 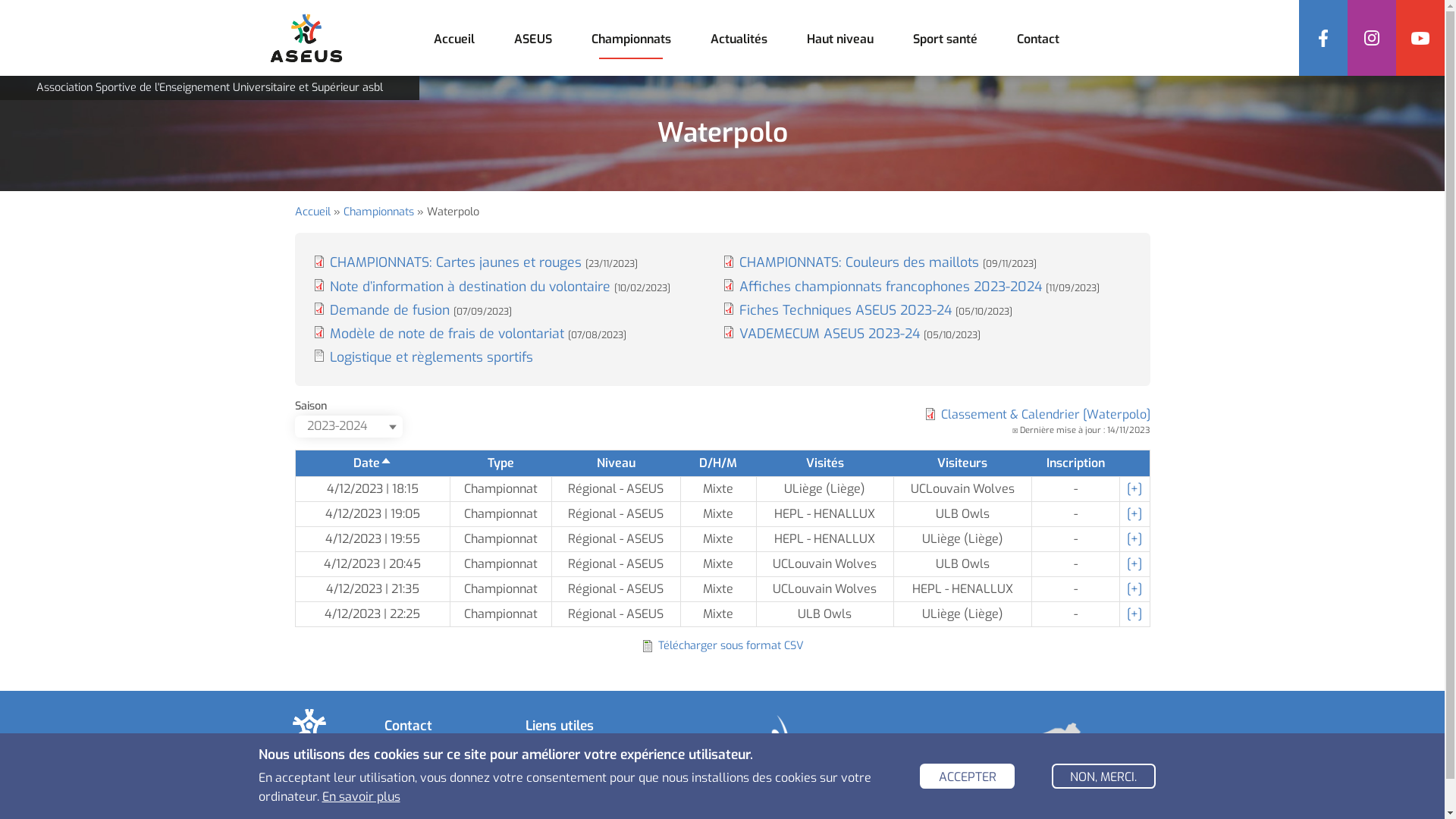 I want to click on 'Niveau', so click(x=596, y=462).